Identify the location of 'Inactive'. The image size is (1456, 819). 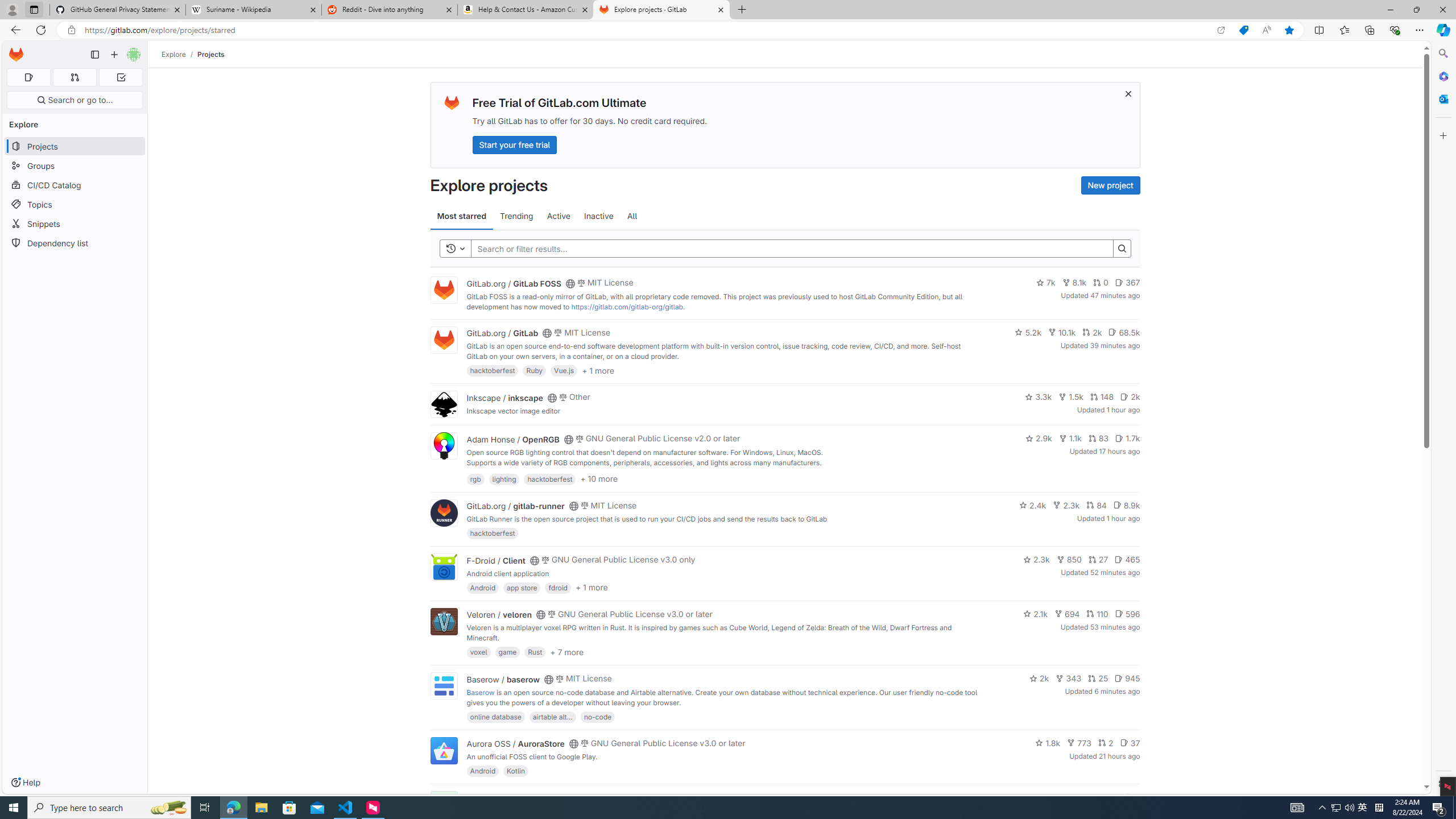
(598, 216).